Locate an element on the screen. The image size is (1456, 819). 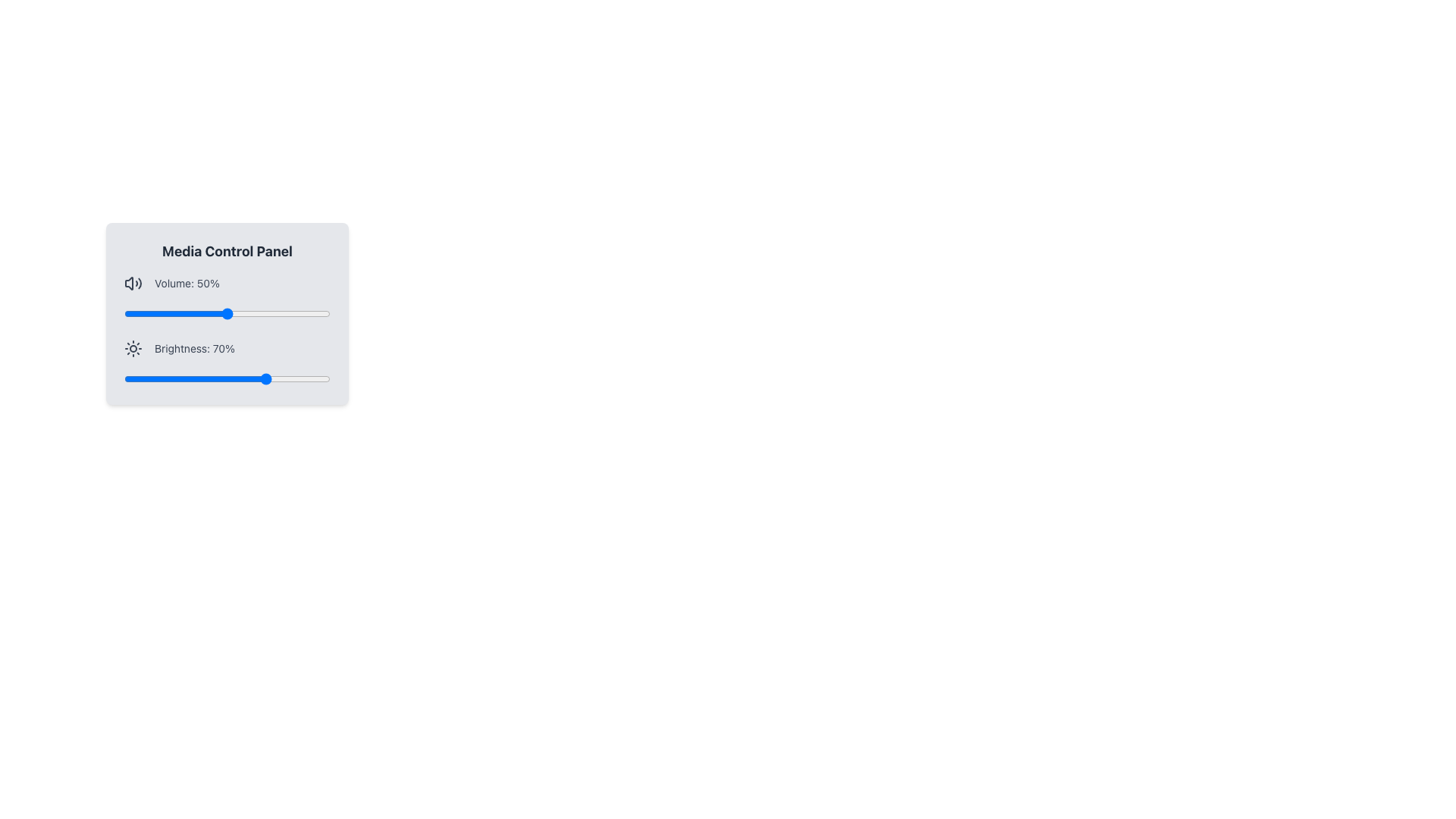
the slider value is located at coordinates (249, 312).